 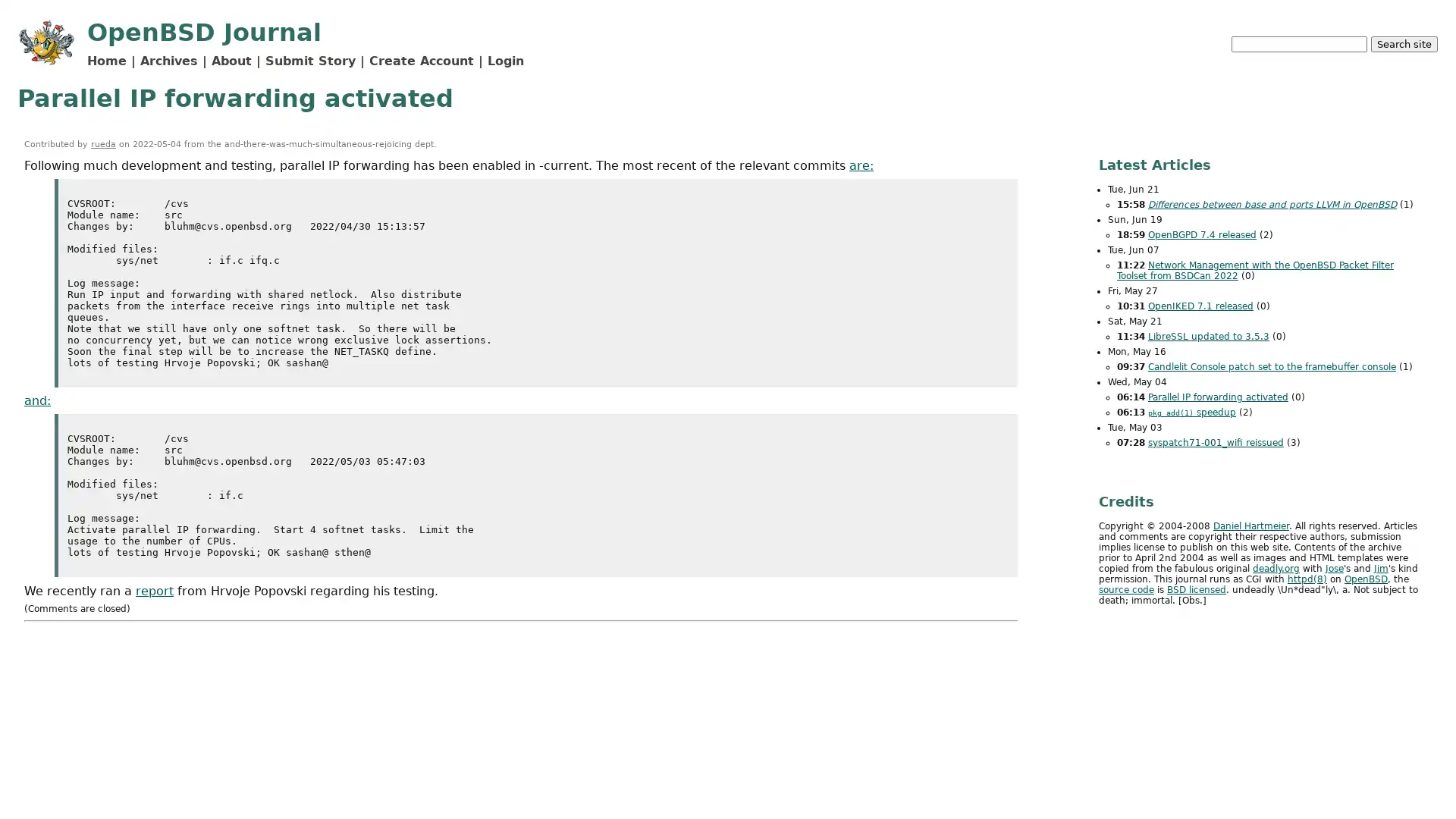 I want to click on Search site, so click(x=1404, y=43).